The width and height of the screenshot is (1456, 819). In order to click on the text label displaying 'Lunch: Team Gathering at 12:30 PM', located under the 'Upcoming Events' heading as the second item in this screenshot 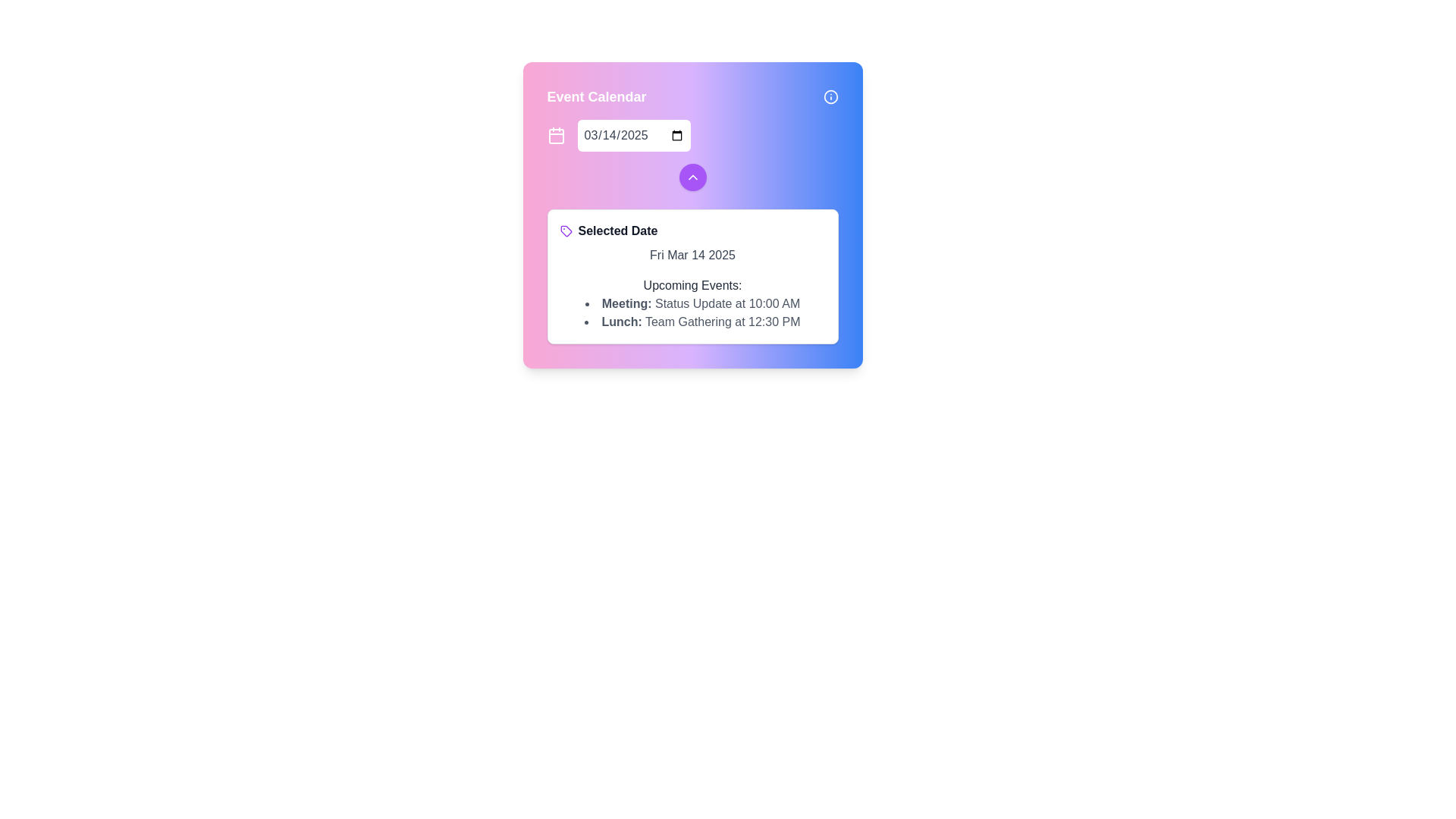, I will do `click(692, 321)`.